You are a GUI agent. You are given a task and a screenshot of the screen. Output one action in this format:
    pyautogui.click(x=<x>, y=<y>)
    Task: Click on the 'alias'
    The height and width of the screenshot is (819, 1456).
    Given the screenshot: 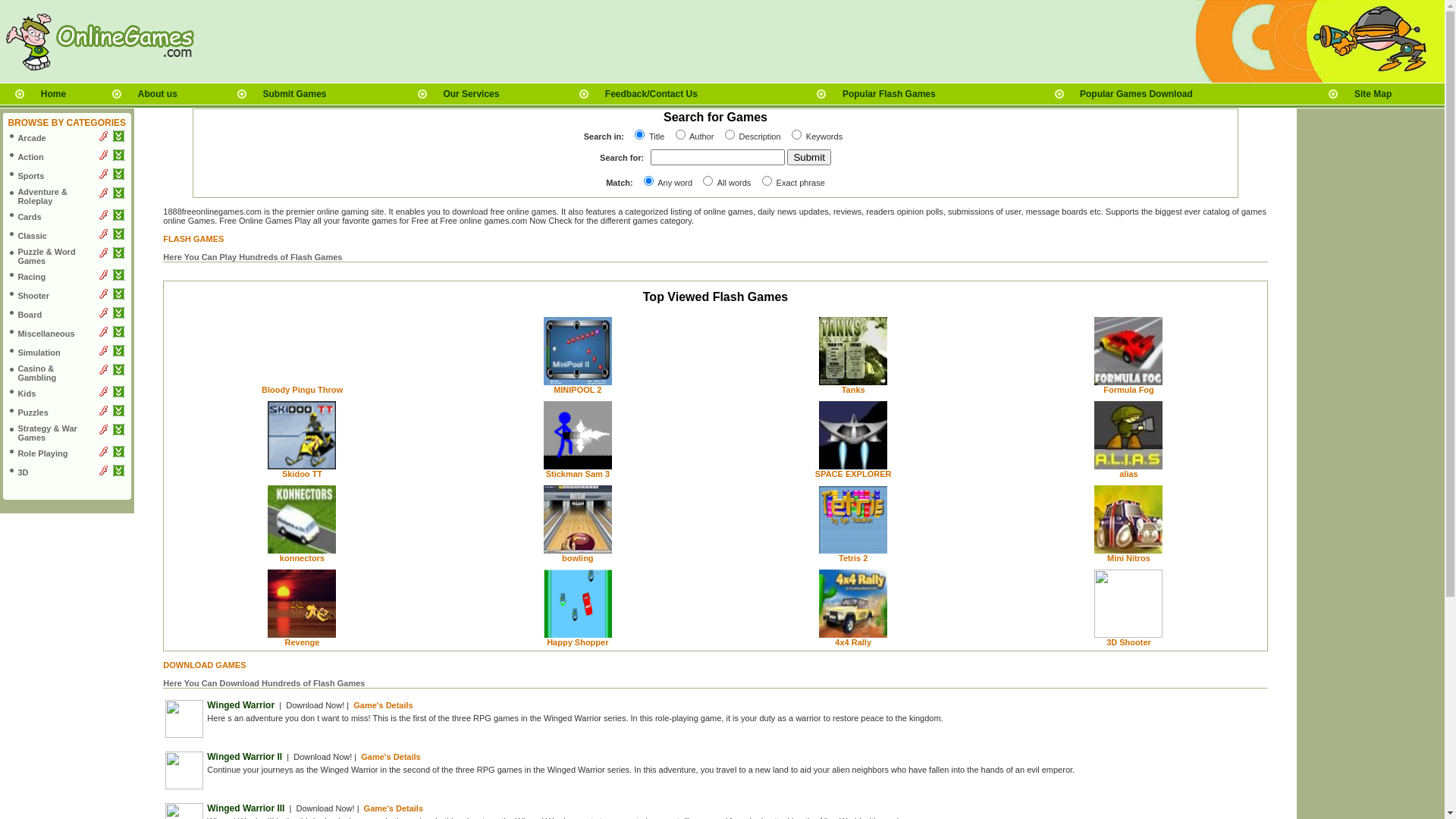 What is the action you would take?
    pyautogui.click(x=1119, y=472)
    